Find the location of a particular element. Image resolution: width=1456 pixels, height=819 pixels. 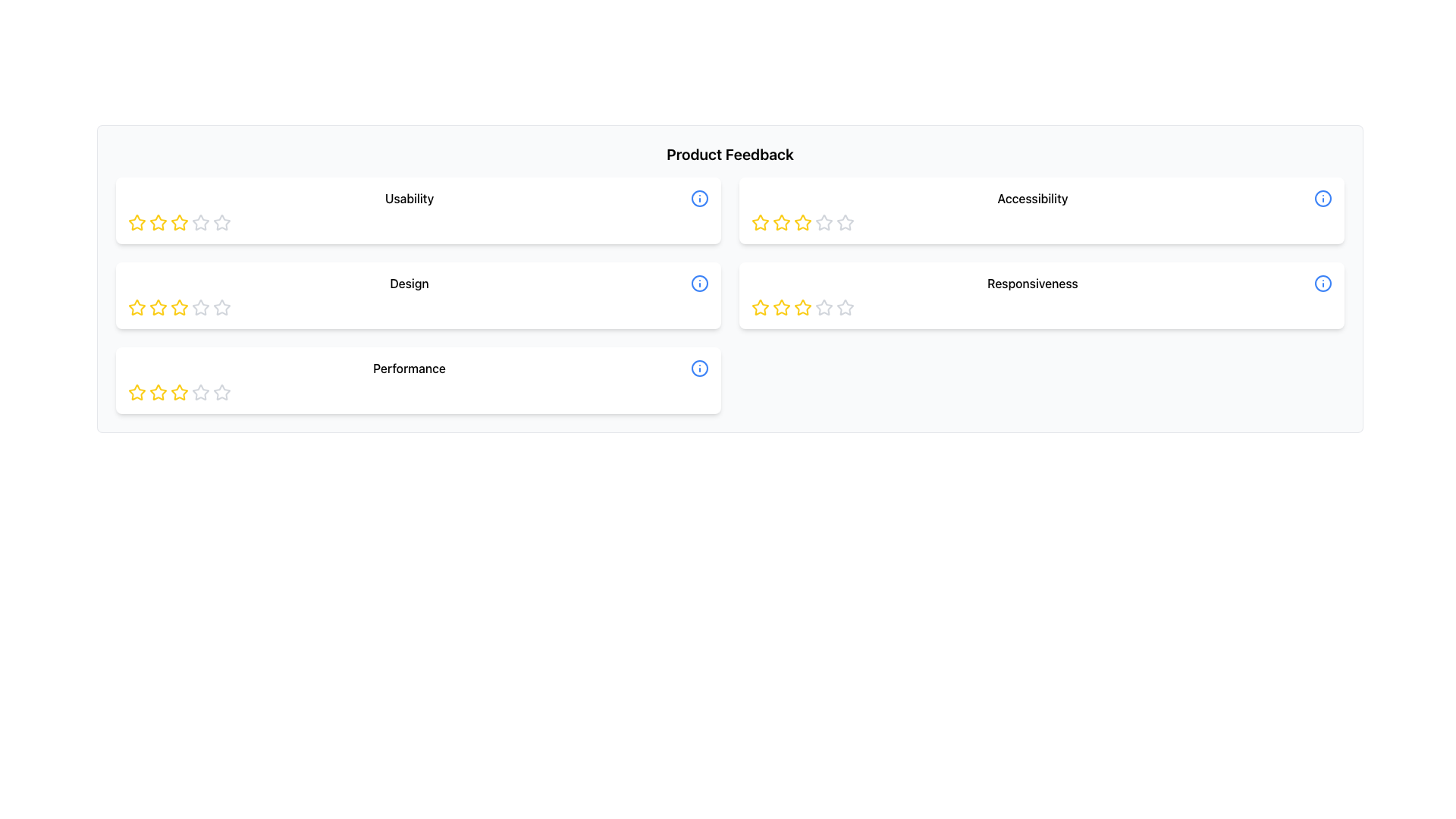

the first star in the five-star rating system for the 'Accessibility' category is located at coordinates (761, 222).